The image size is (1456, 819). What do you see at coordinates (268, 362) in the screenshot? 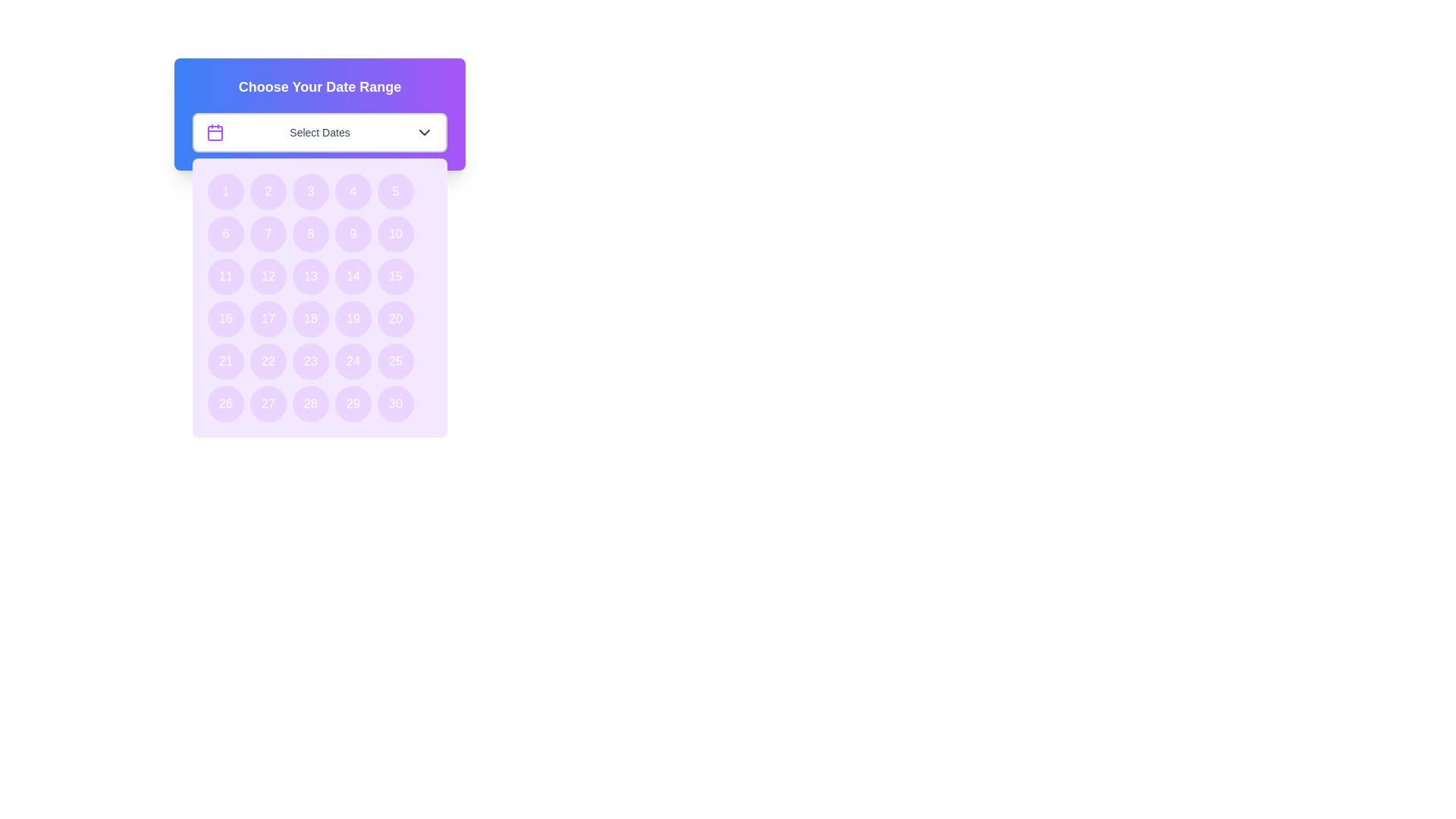
I see `the button for the date '22' in the calendar interface located in the sixth row and second column` at bounding box center [268, 362].